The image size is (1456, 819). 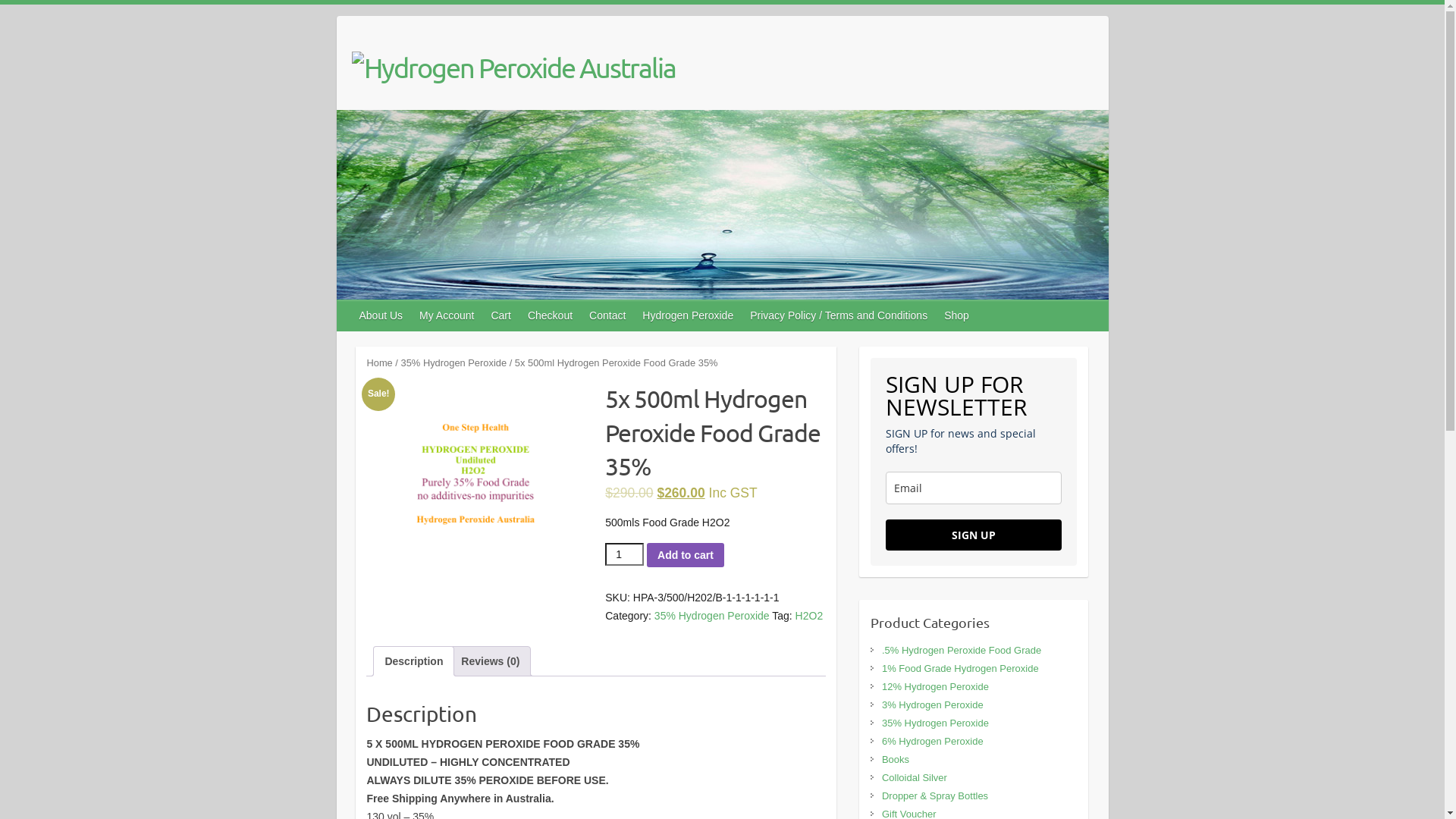 What do you see at coordinates (447, 315) in the screenshot?
I see `'My Account'` at bounding box center [447, 315].